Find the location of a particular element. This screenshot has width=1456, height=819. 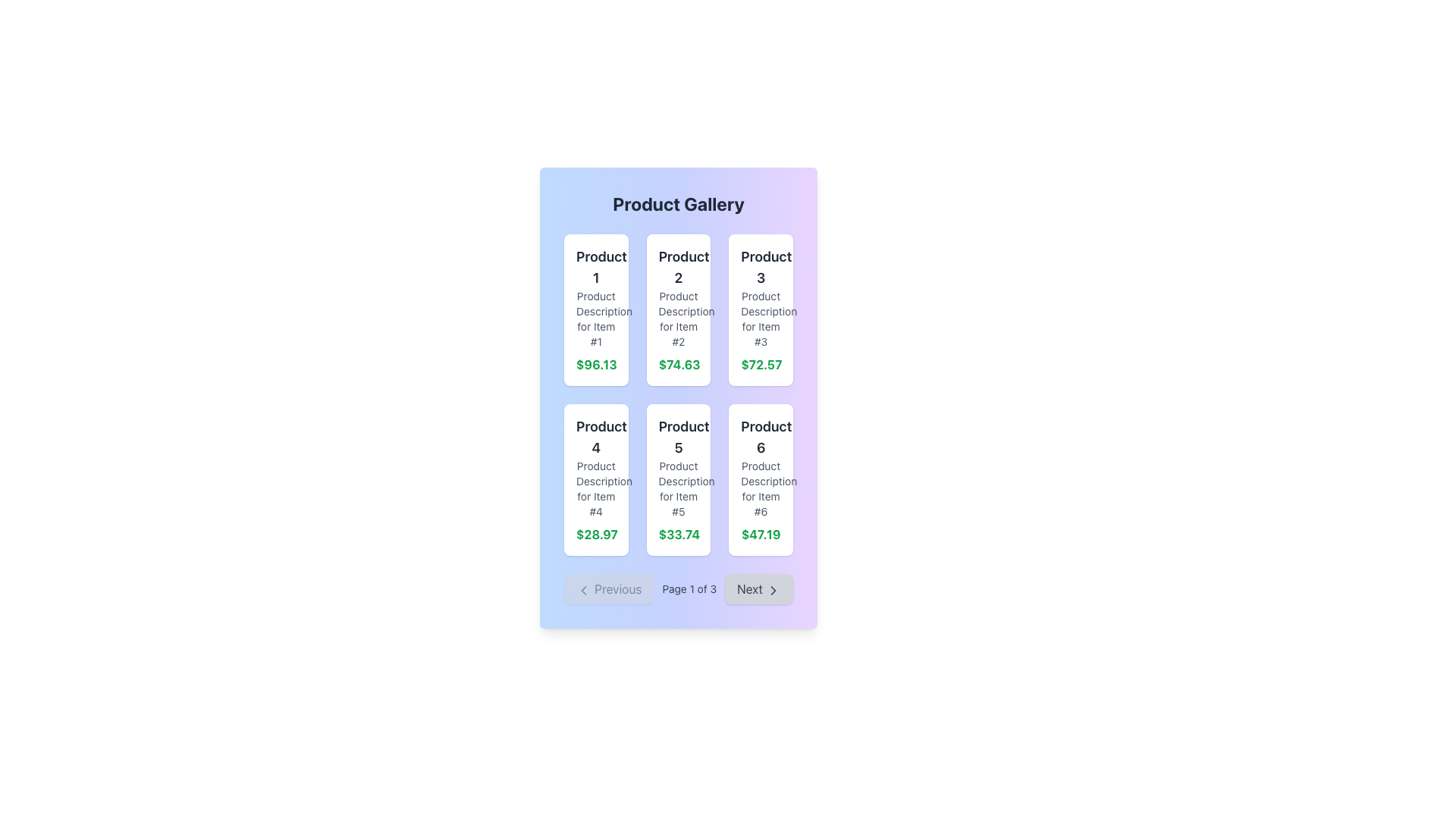

the Text Label that serves as the title and identifier for the product represented by the card, located at the top of the product card is located at coordinates (595, 267).